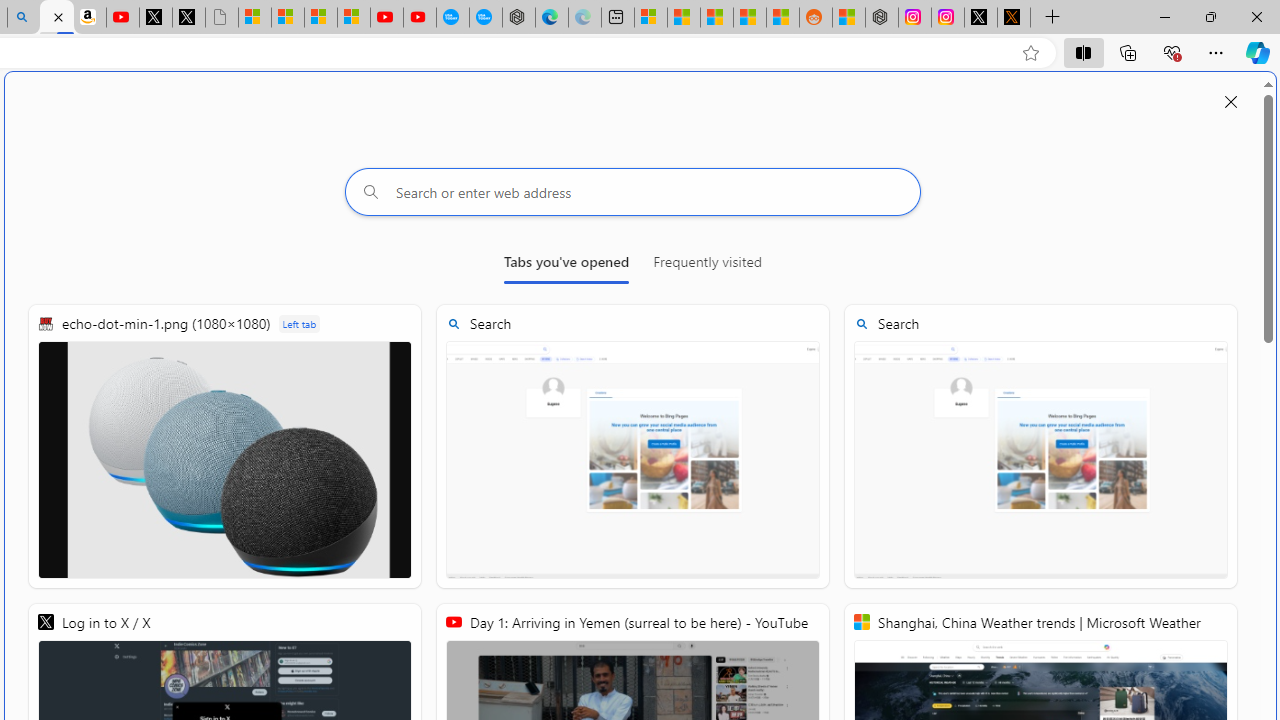  I want to click on 'Copilot (Ctrl+Shift+.)', so click(1257, 51).